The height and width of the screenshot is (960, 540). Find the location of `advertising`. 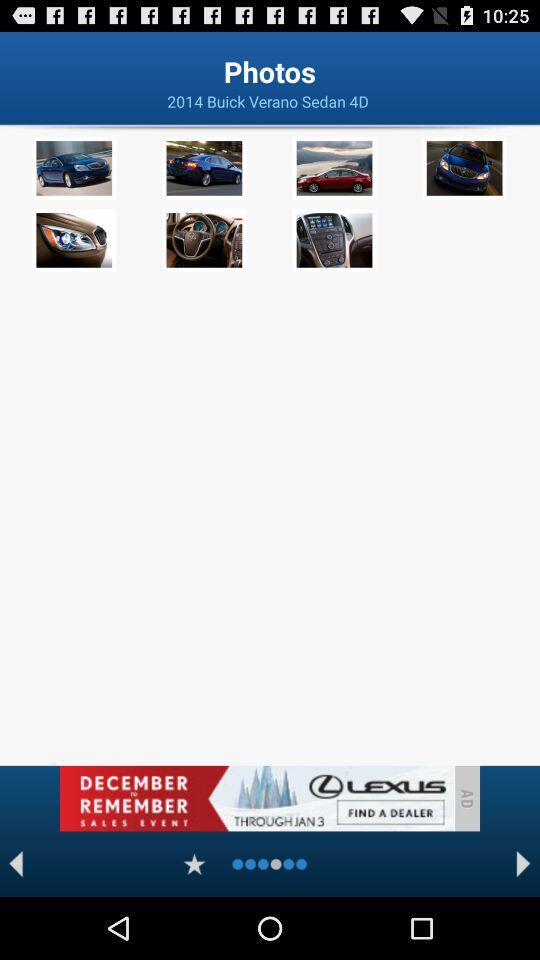

advertising is located at coordinates (256, 798).